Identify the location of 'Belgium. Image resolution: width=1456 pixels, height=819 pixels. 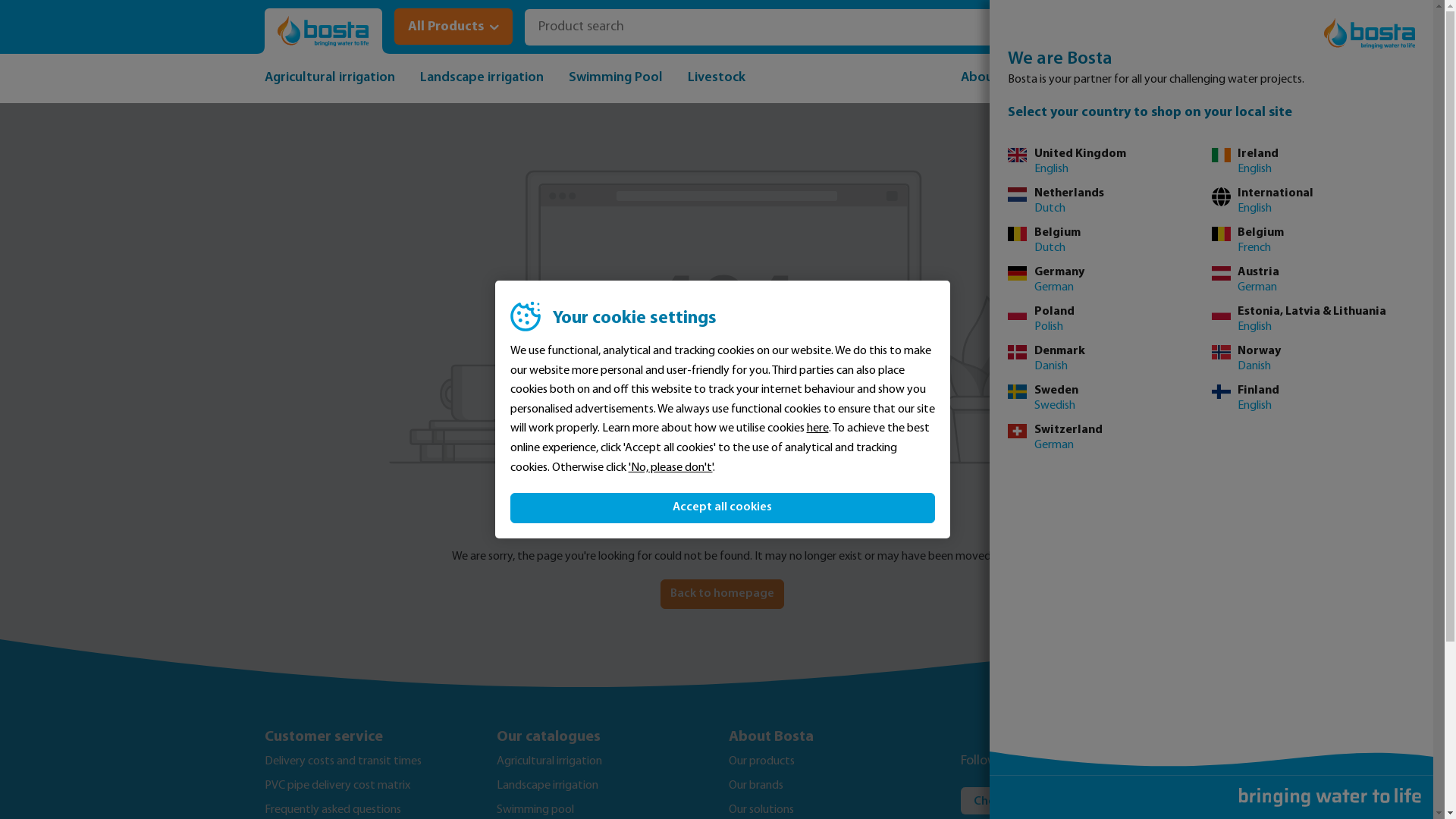
(1313, 239).